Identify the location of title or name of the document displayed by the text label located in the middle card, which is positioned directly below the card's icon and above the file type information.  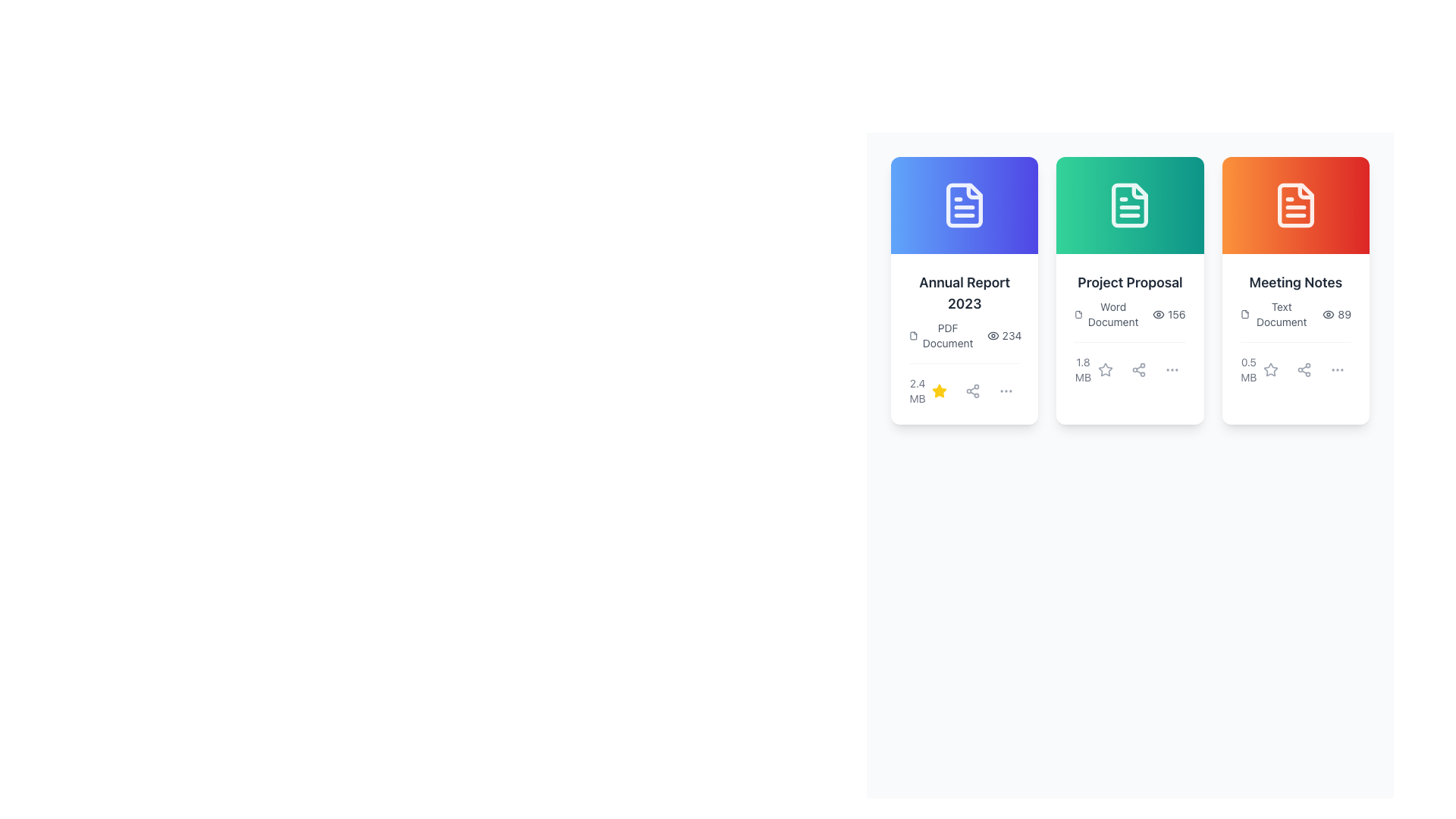
(1130, 283).